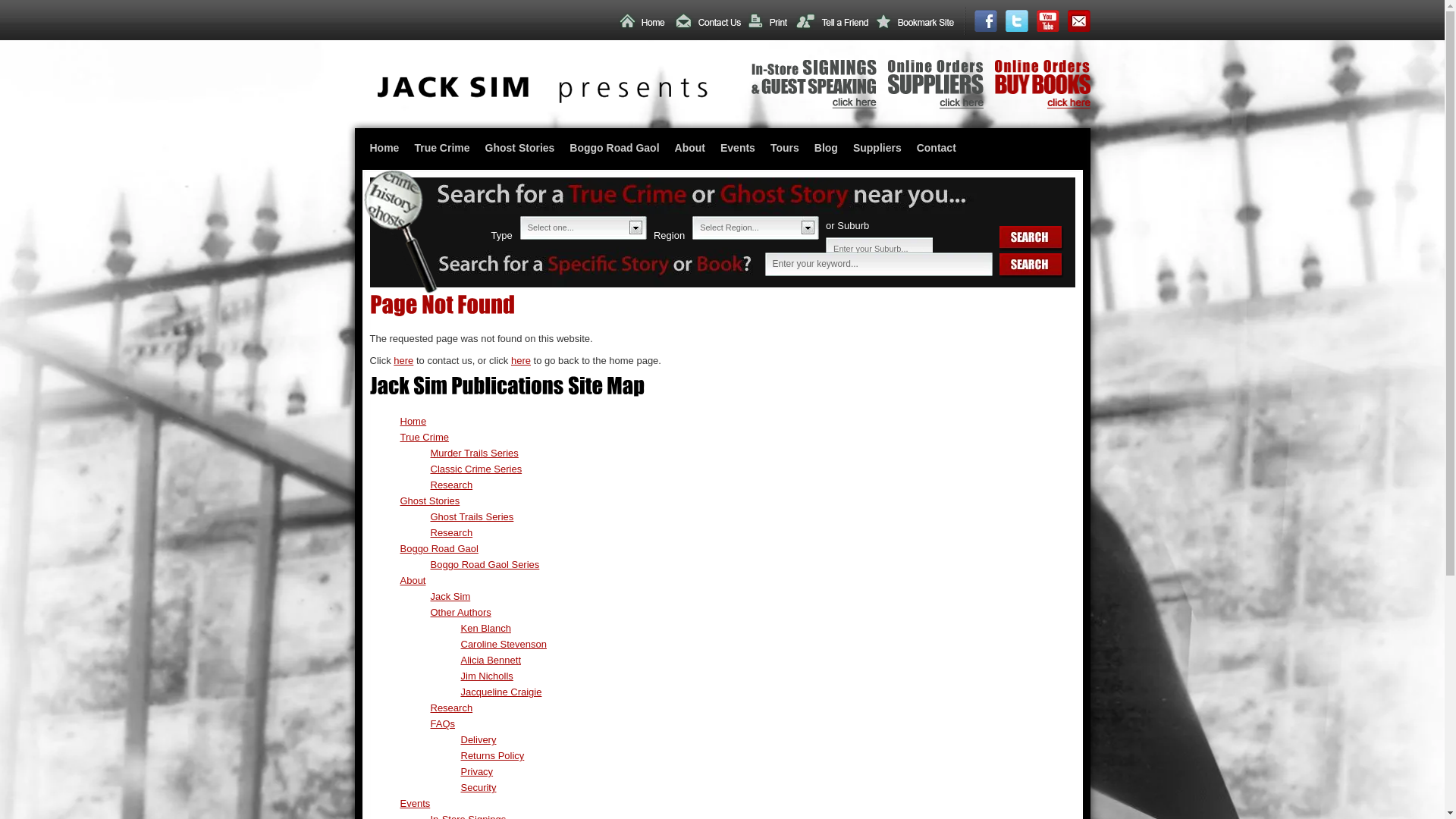 The image size is (1456, 819). What do you see at coordinates (1031, 238) in the screenshot?
I see `'Search'` at bounding box center [1031, 238].